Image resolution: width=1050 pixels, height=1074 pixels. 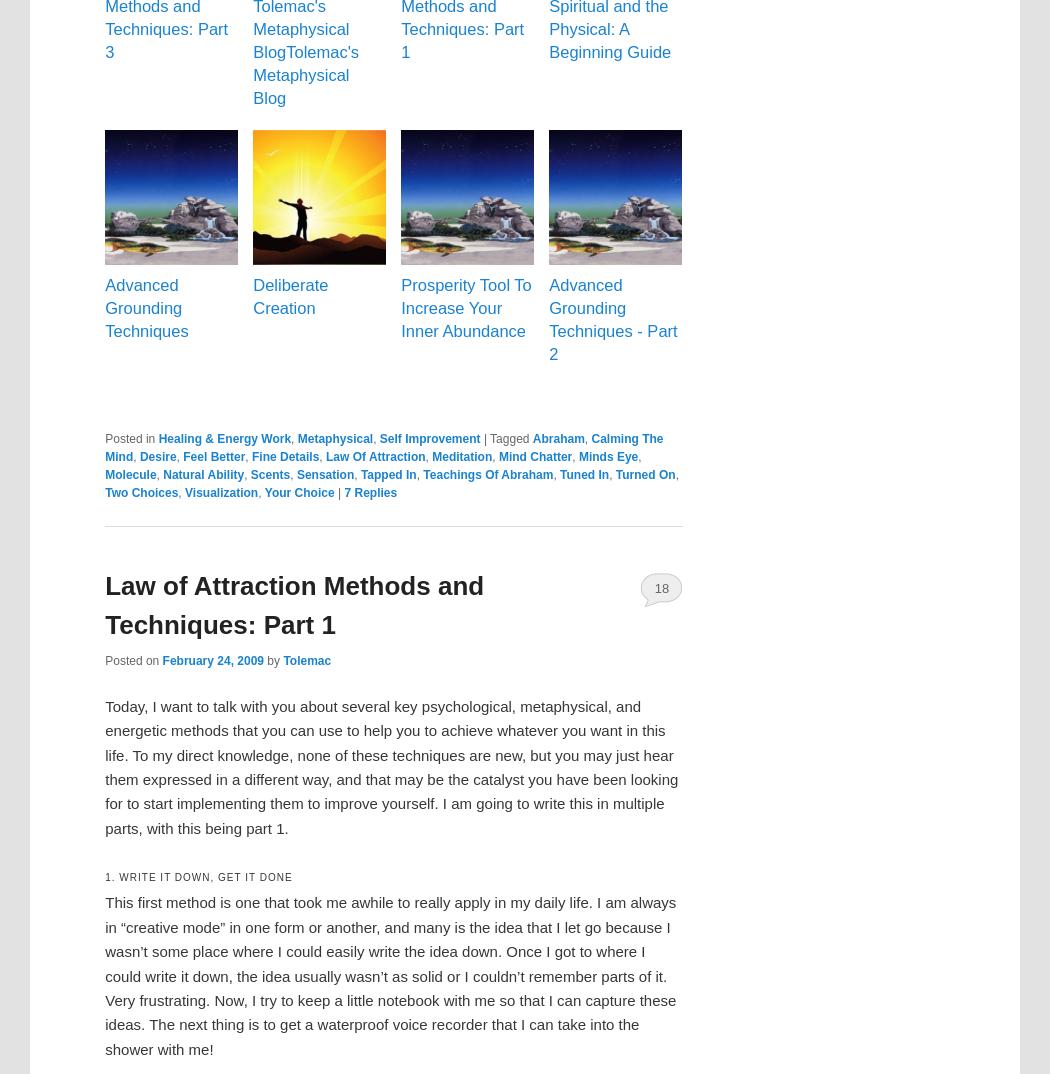 What do you see at coordinates (373, 491) in the screenshot?
I see `'Replies'` at bounding box center [373, 491].